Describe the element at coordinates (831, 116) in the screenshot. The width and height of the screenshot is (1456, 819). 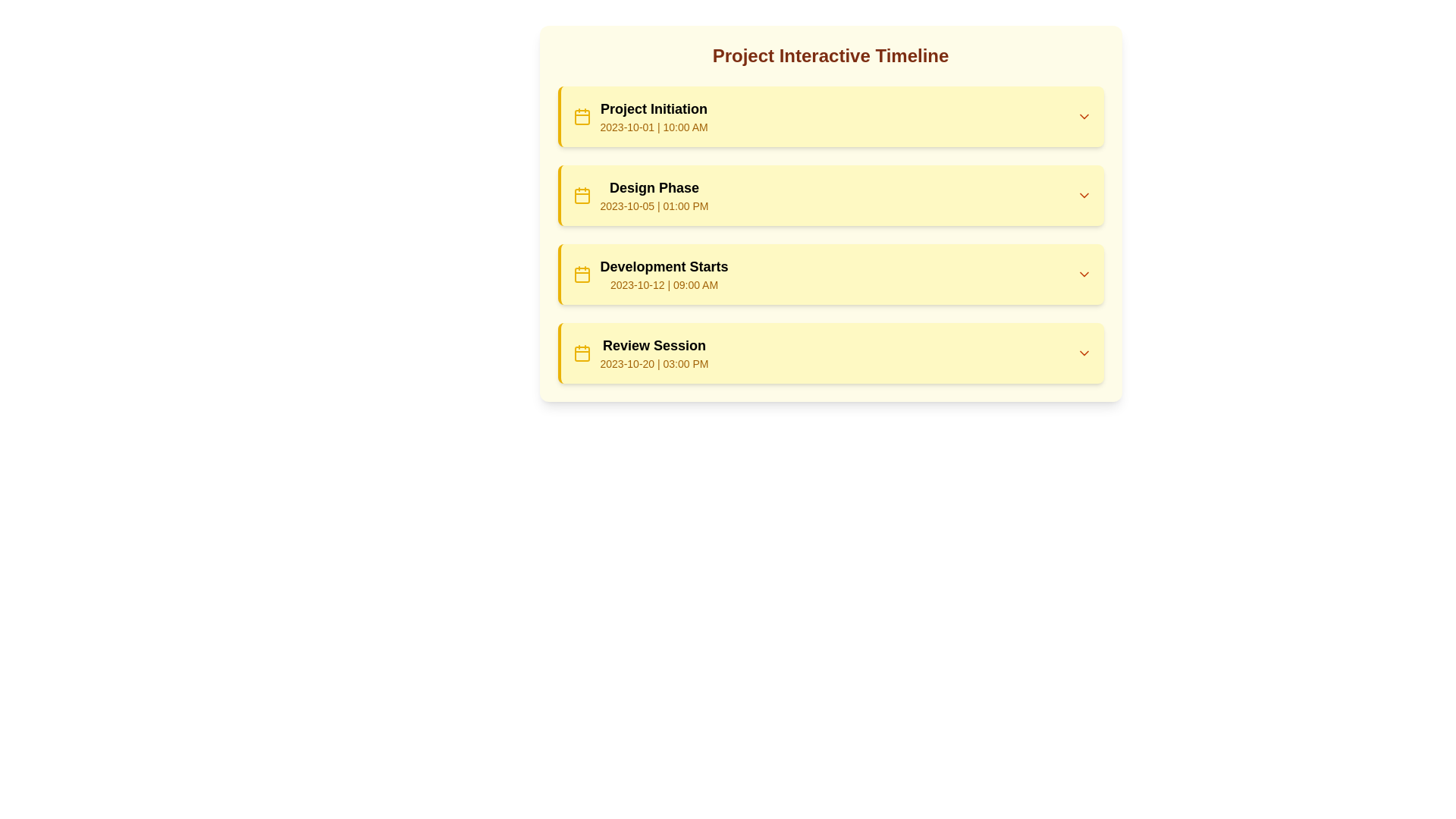
I see `the first interactive list item in the 'Project Interactive Timeline' section` at that location.